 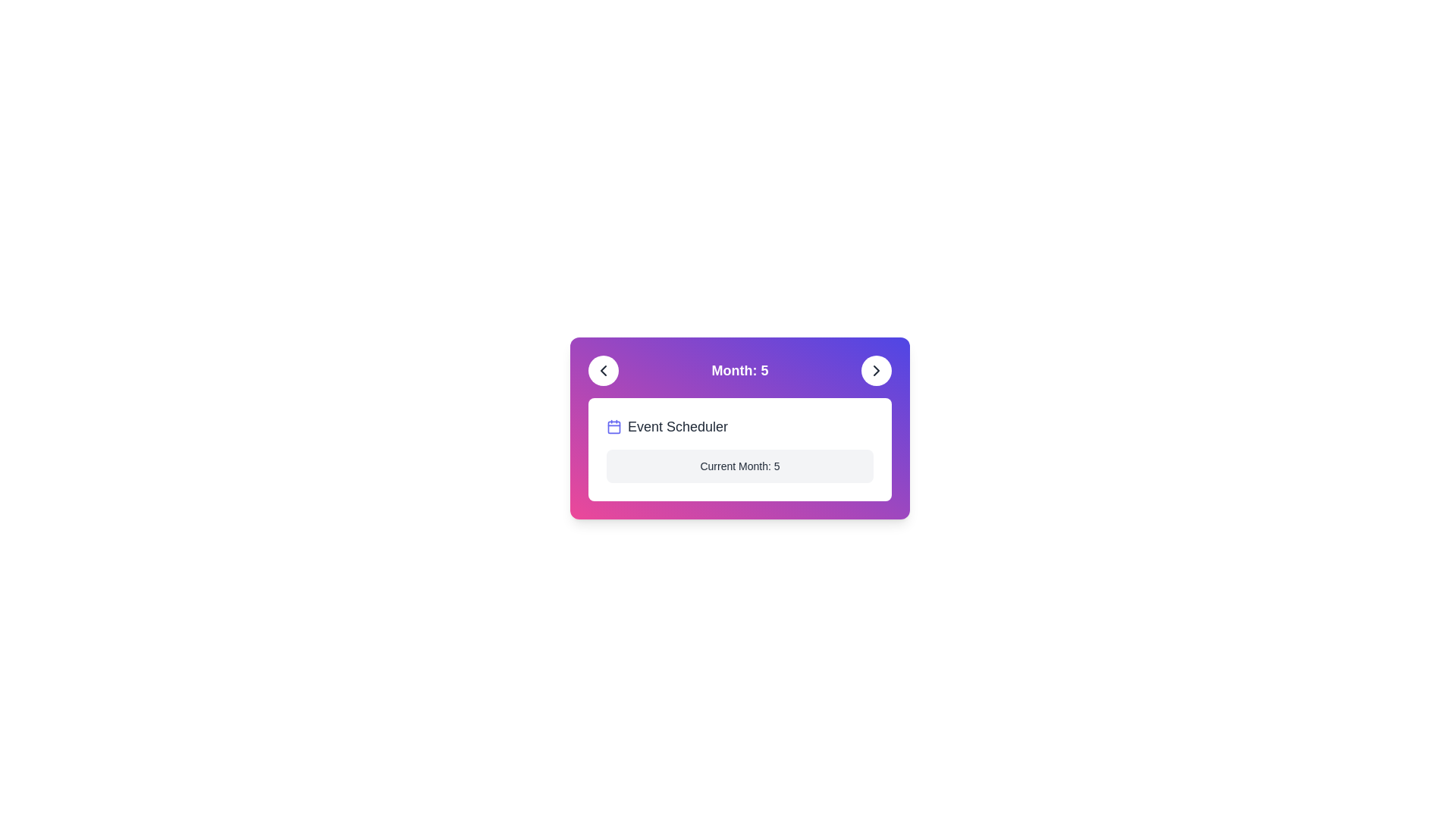 I want to click on text displayed in the Label that indicates the current month value, which shows 'Month: 5', so click(x=739, y=371).